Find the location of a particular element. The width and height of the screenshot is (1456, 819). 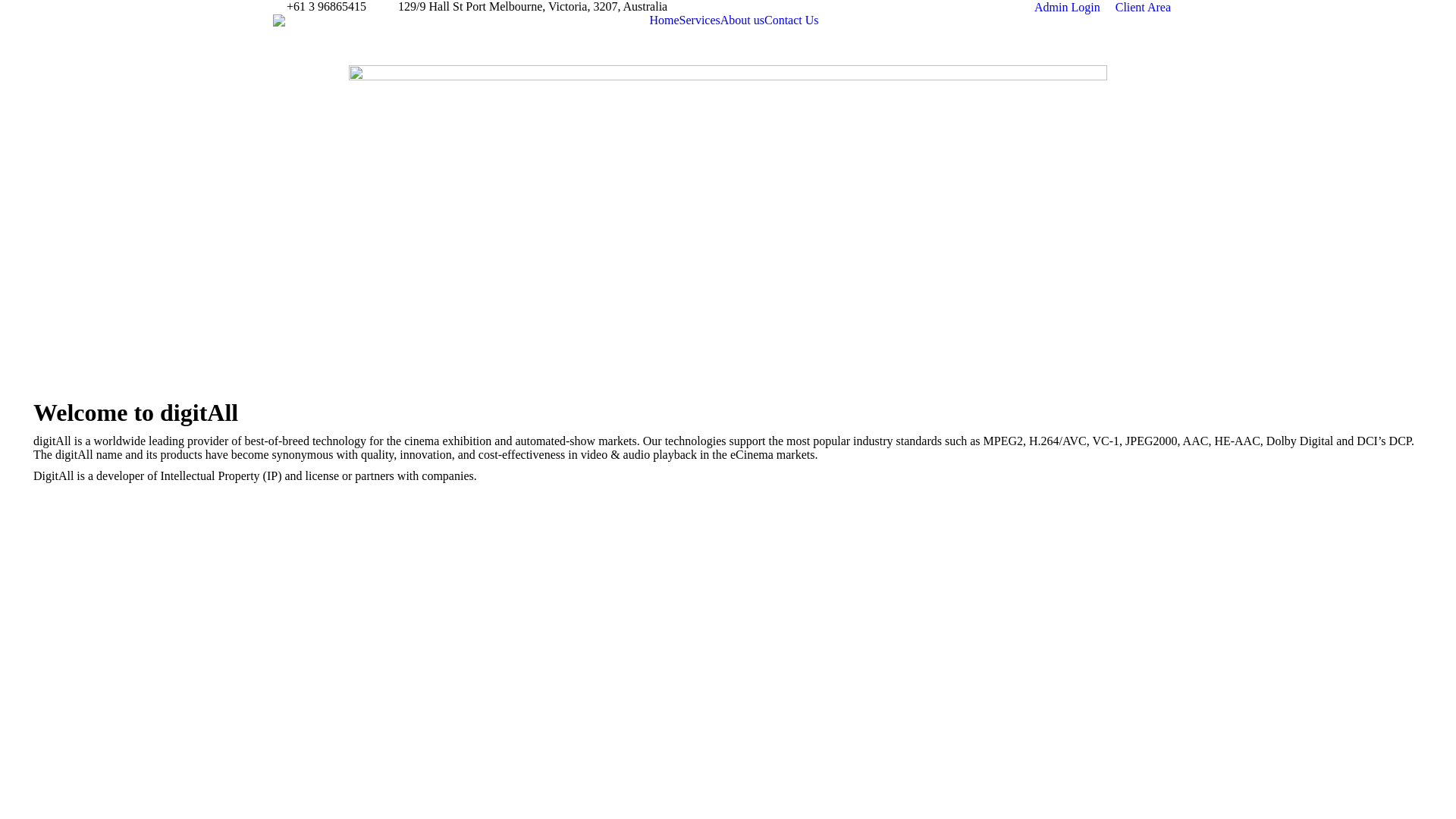

'Home' is located at coordinates (664, 20).